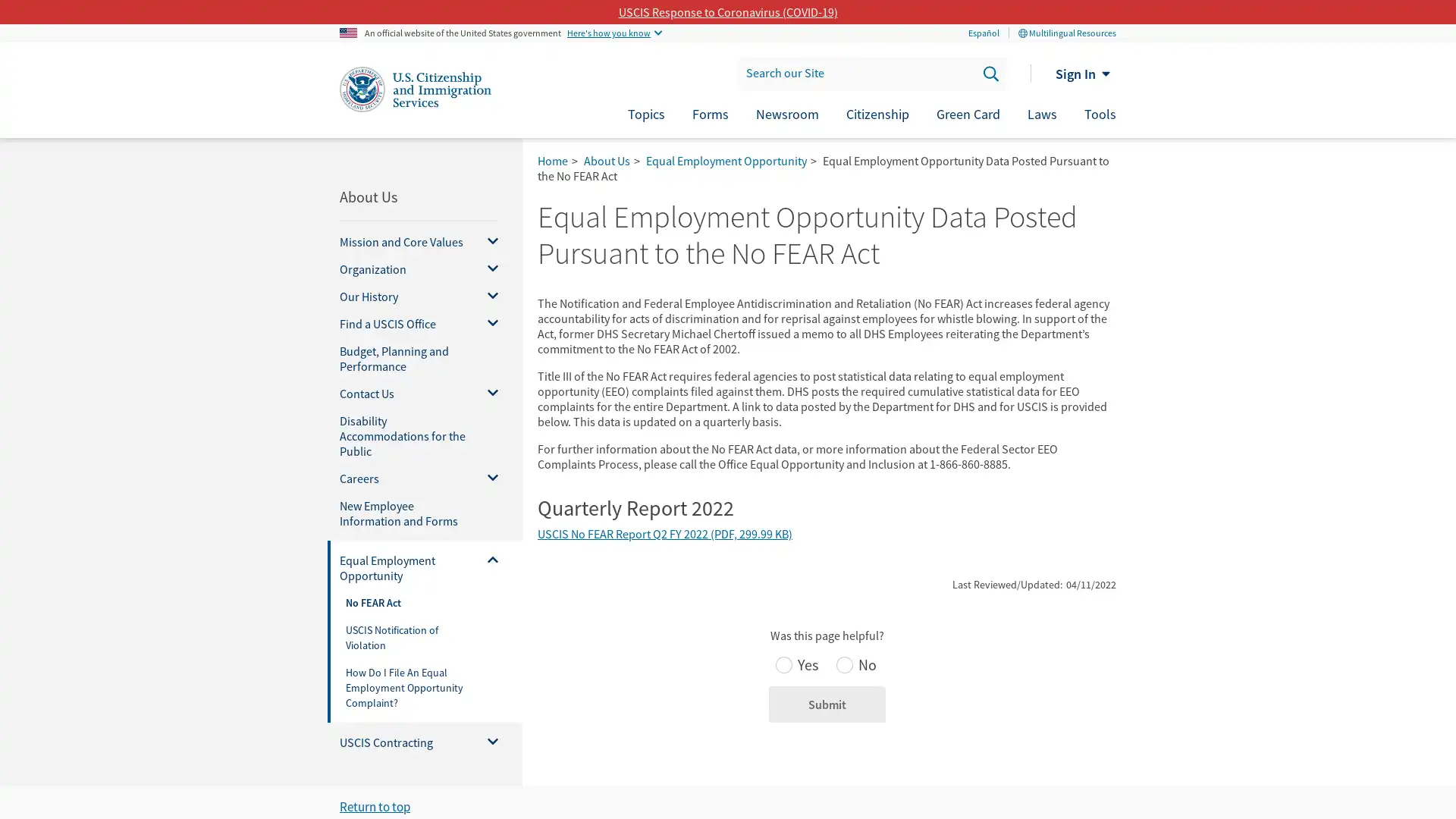  Describe the element at coordinates (487, 268) in the screenshot. I see `Toggle menu for Organization` at that location.